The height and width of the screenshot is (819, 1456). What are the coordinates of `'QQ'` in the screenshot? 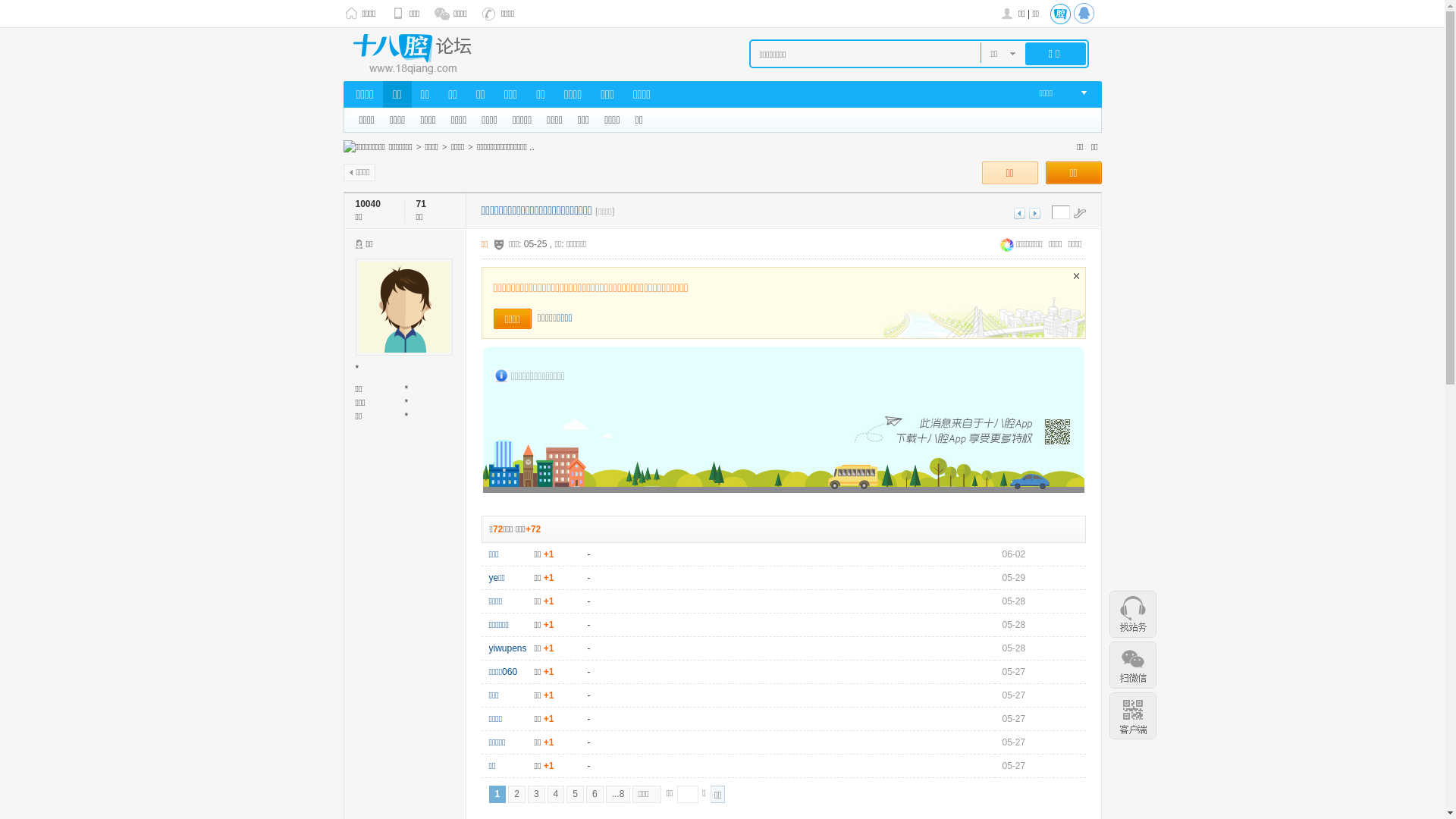 It's located at (1084, 14).